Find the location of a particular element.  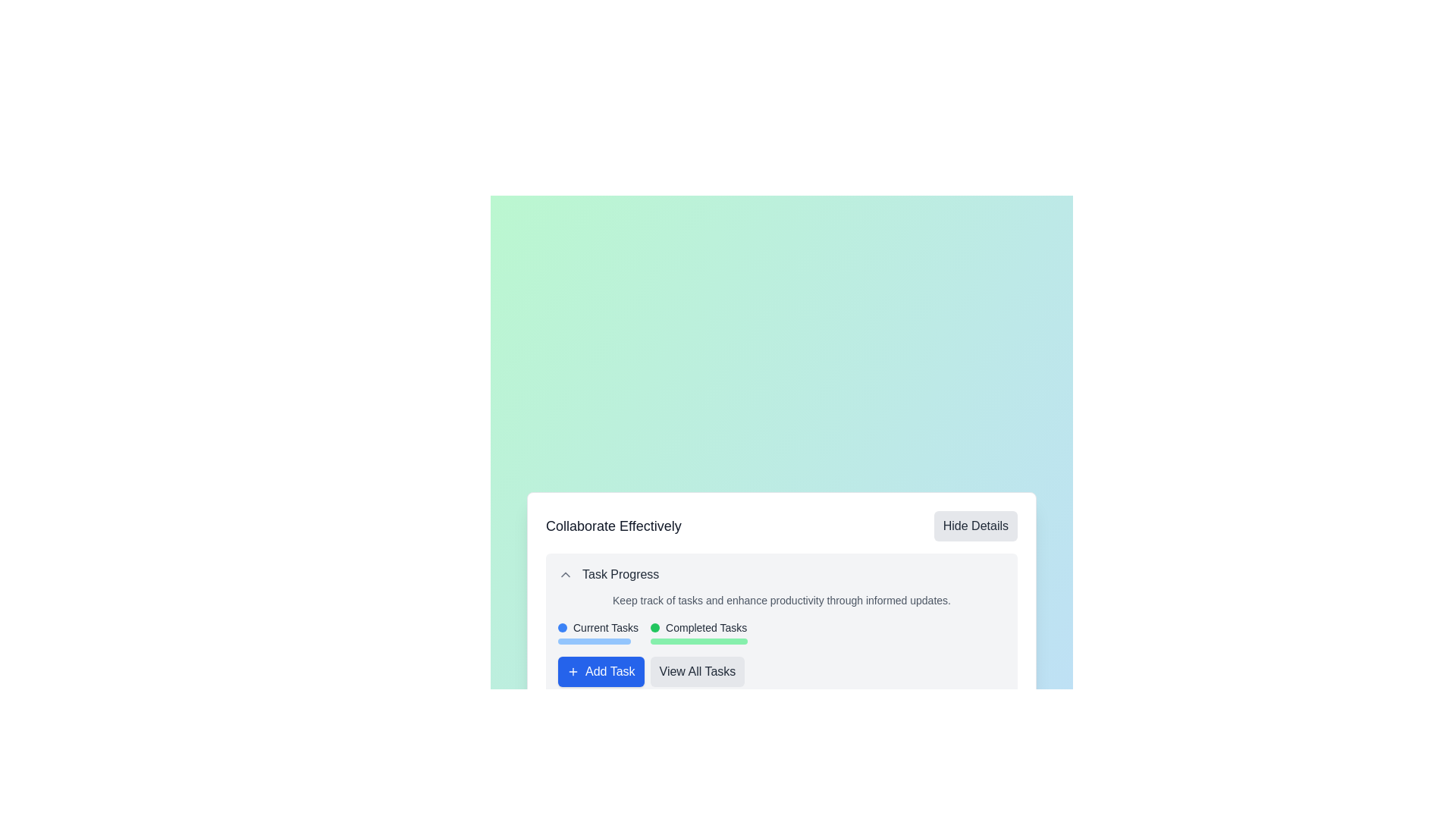

the small, green, rounded rectangle styled as a progress bar located under the 'Completed Tasks' label is located at coordinates (698, 641).